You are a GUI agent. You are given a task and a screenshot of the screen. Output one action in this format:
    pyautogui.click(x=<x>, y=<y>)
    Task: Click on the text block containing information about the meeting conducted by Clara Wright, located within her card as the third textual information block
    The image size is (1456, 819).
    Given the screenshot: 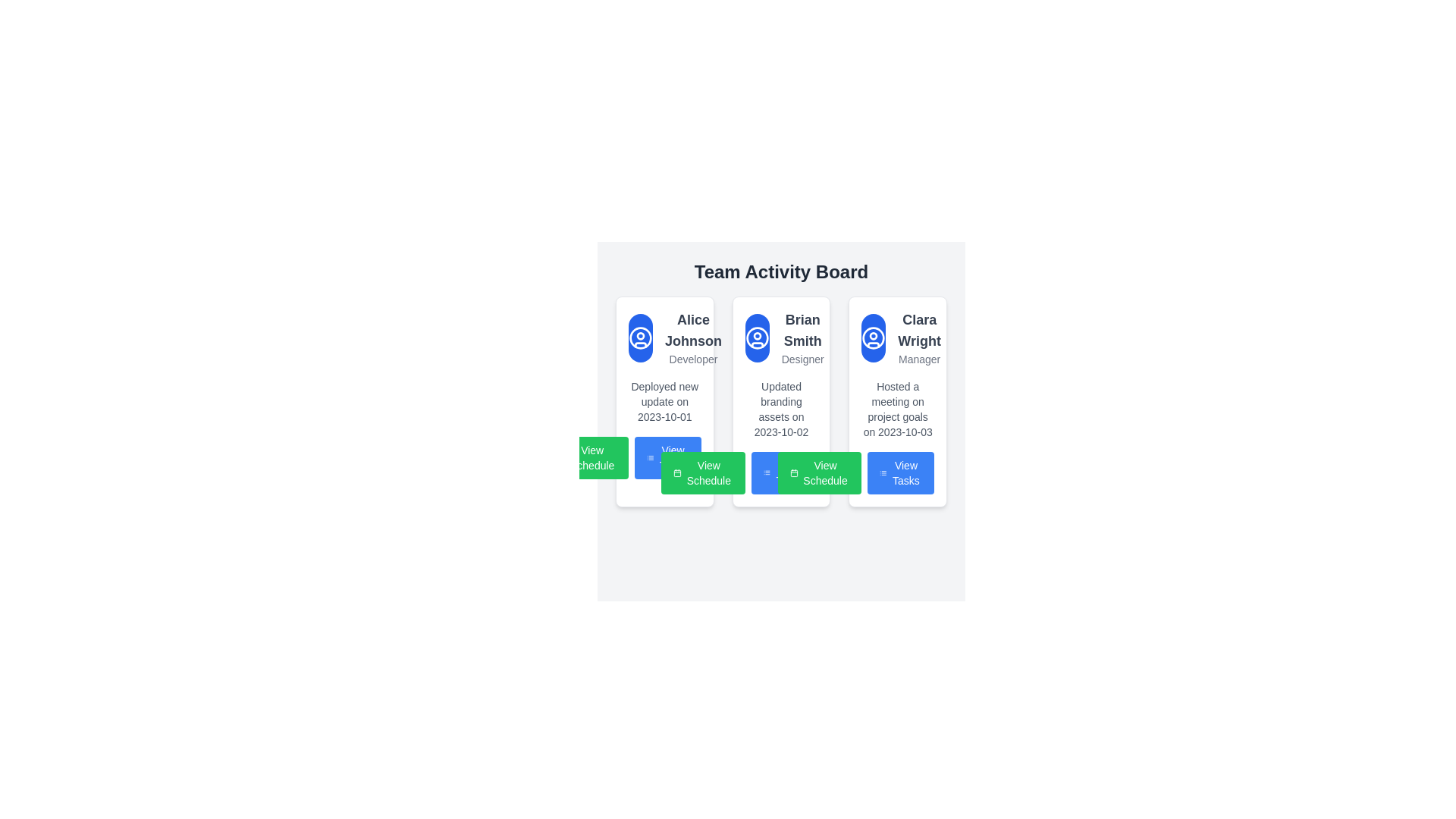 What is the action you would take?
    pyautogui.click(x=898, y=409)
    